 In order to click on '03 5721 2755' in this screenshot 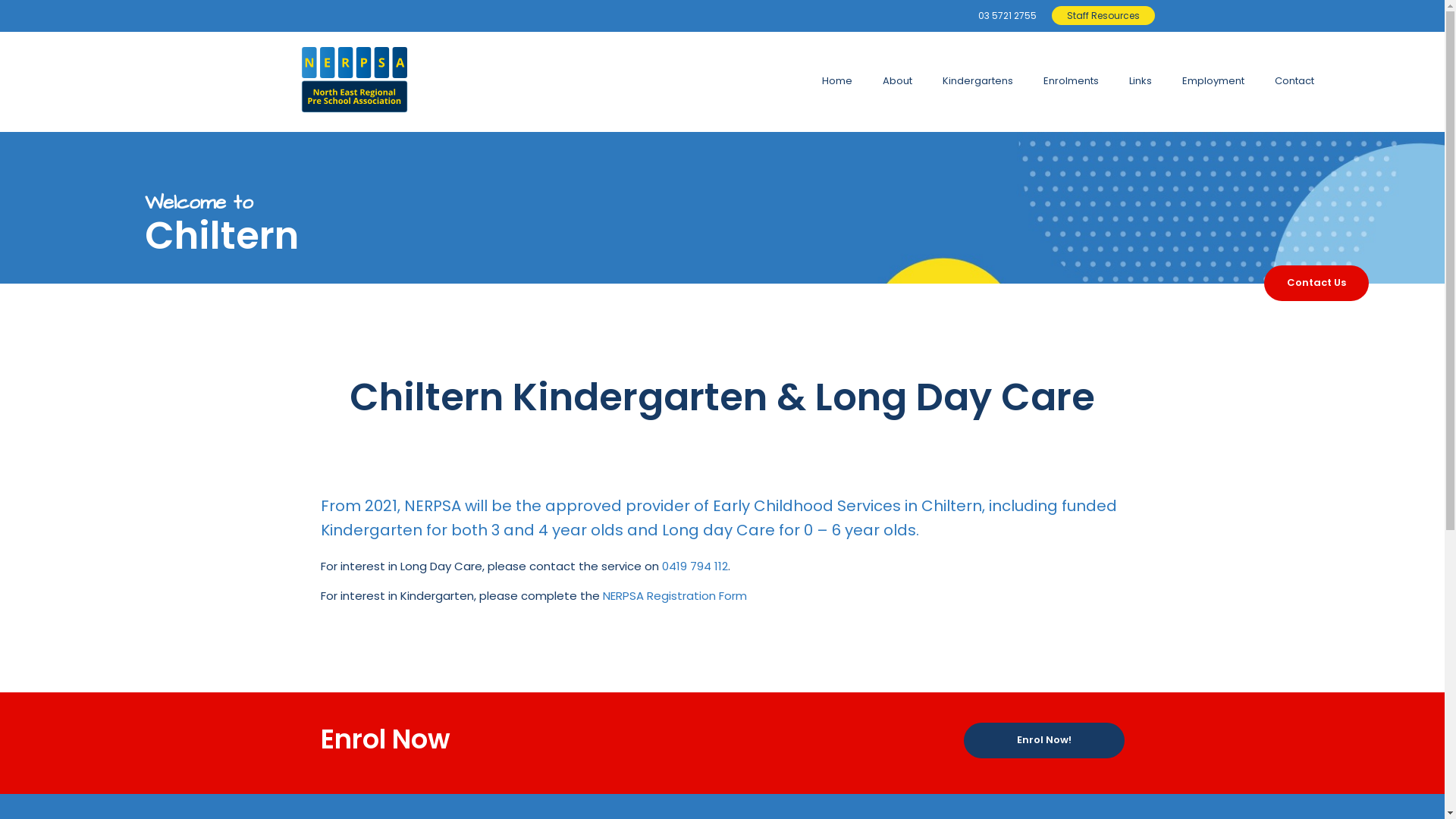, I will do `click(1007, 15)`.